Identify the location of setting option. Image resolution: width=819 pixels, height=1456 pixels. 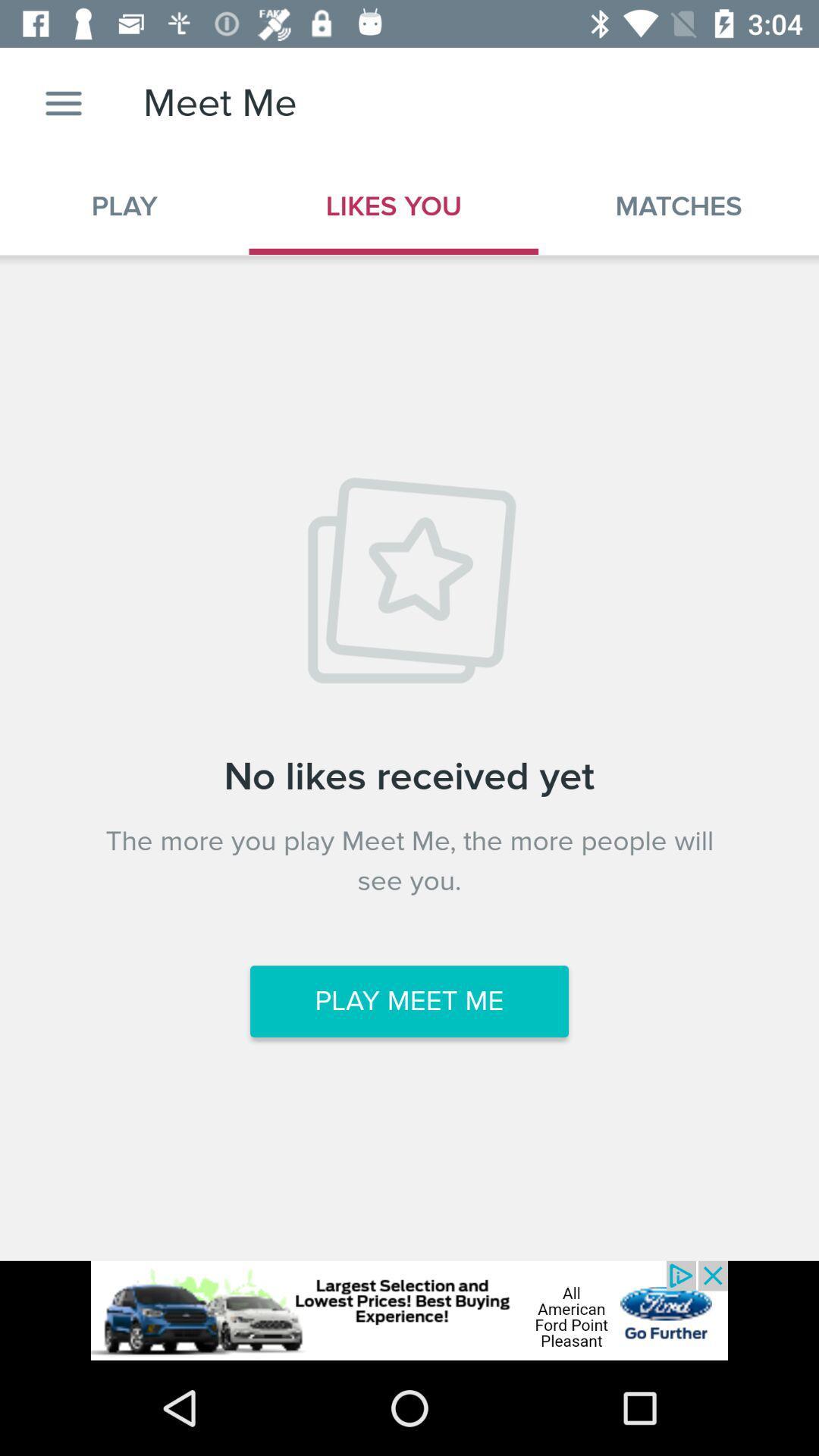
(63, 102).